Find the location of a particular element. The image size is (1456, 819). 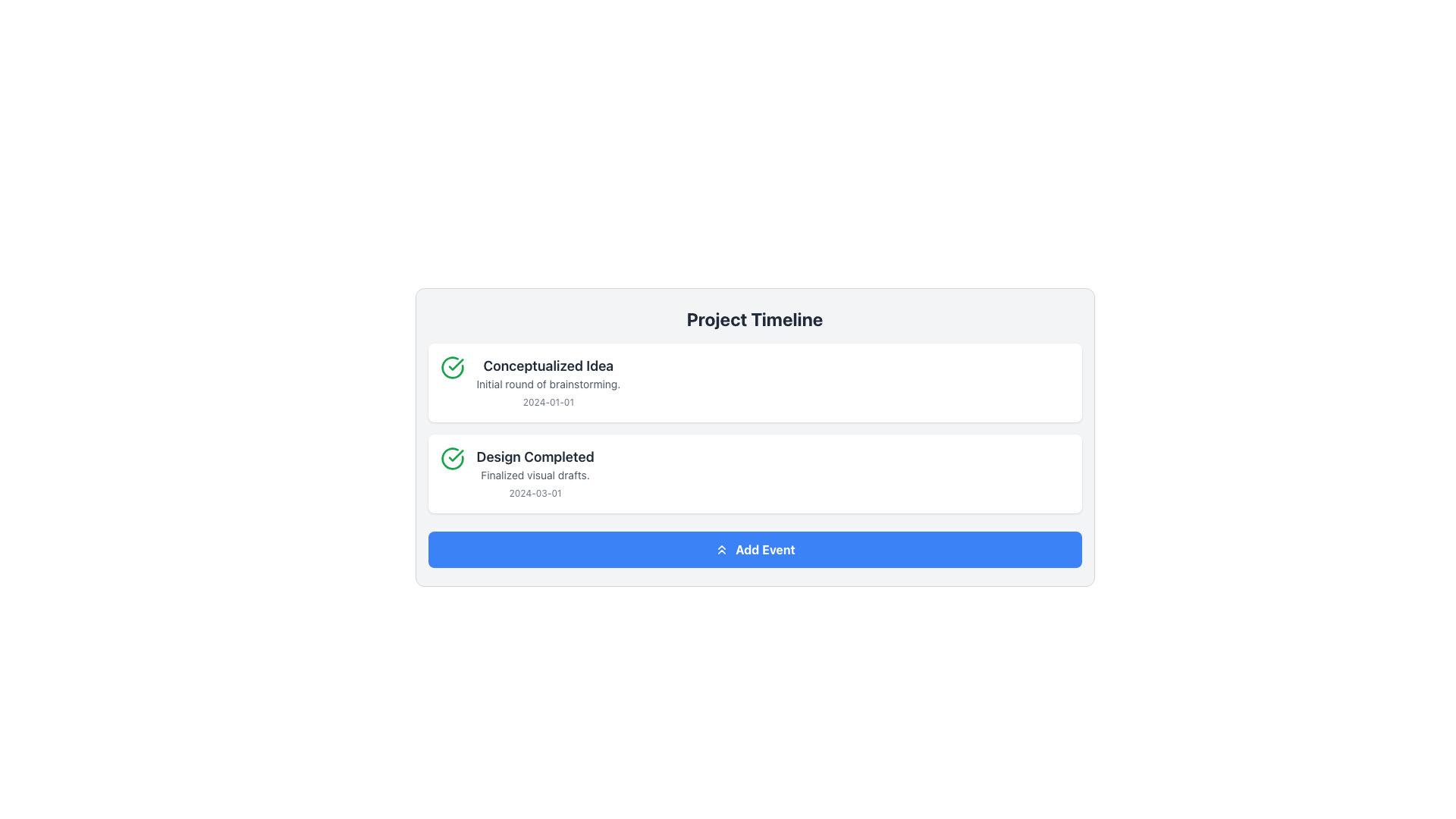

the static text label that indicates the date associated with the 'Design Completed' milestone, located beneath 'Finalized visual drafts.' is located at coordinates (535, 493).